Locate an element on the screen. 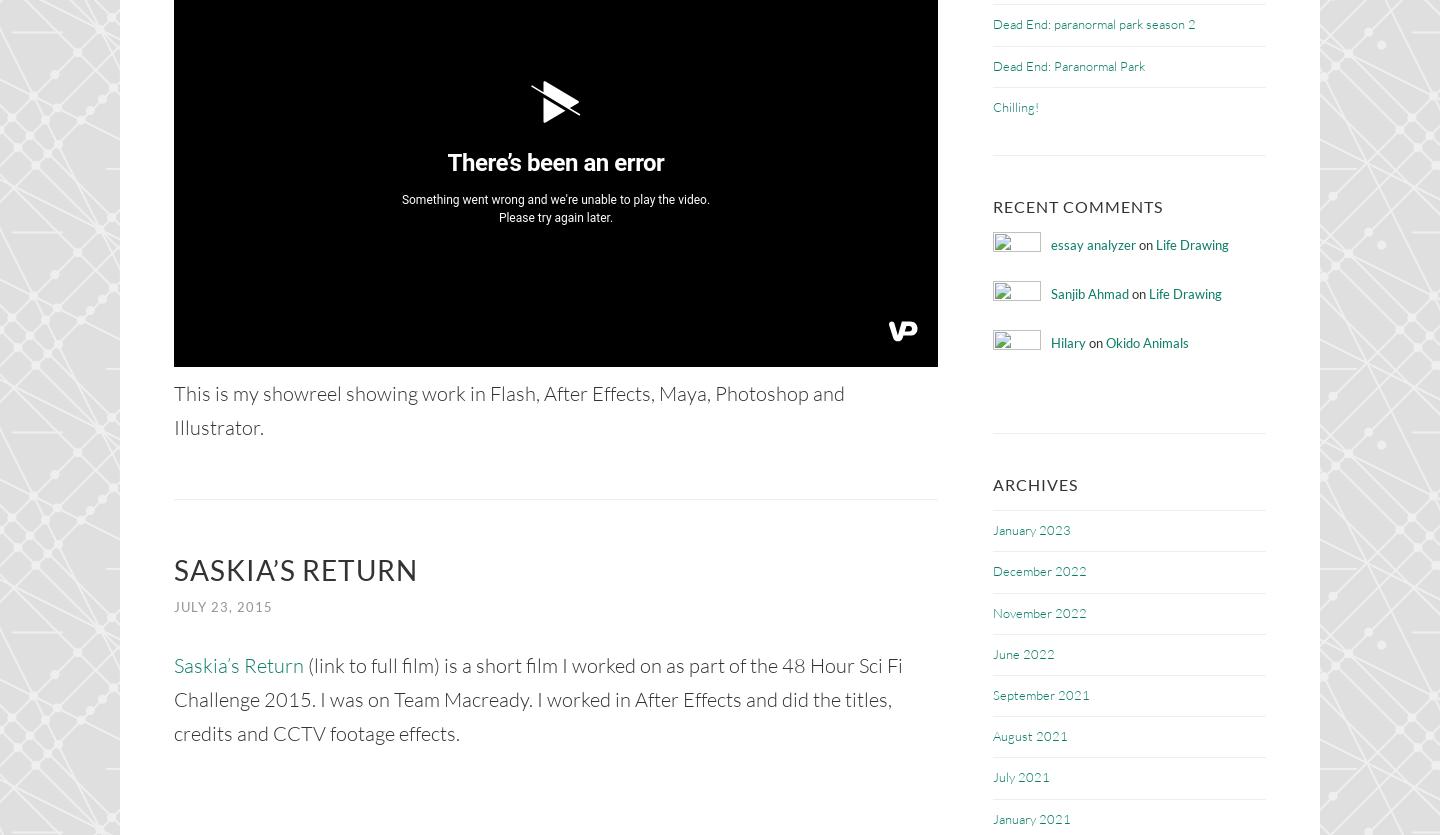 The height and width of the screenshot is (835, 1440). 'Archives' is located at coordinates (992, 483).